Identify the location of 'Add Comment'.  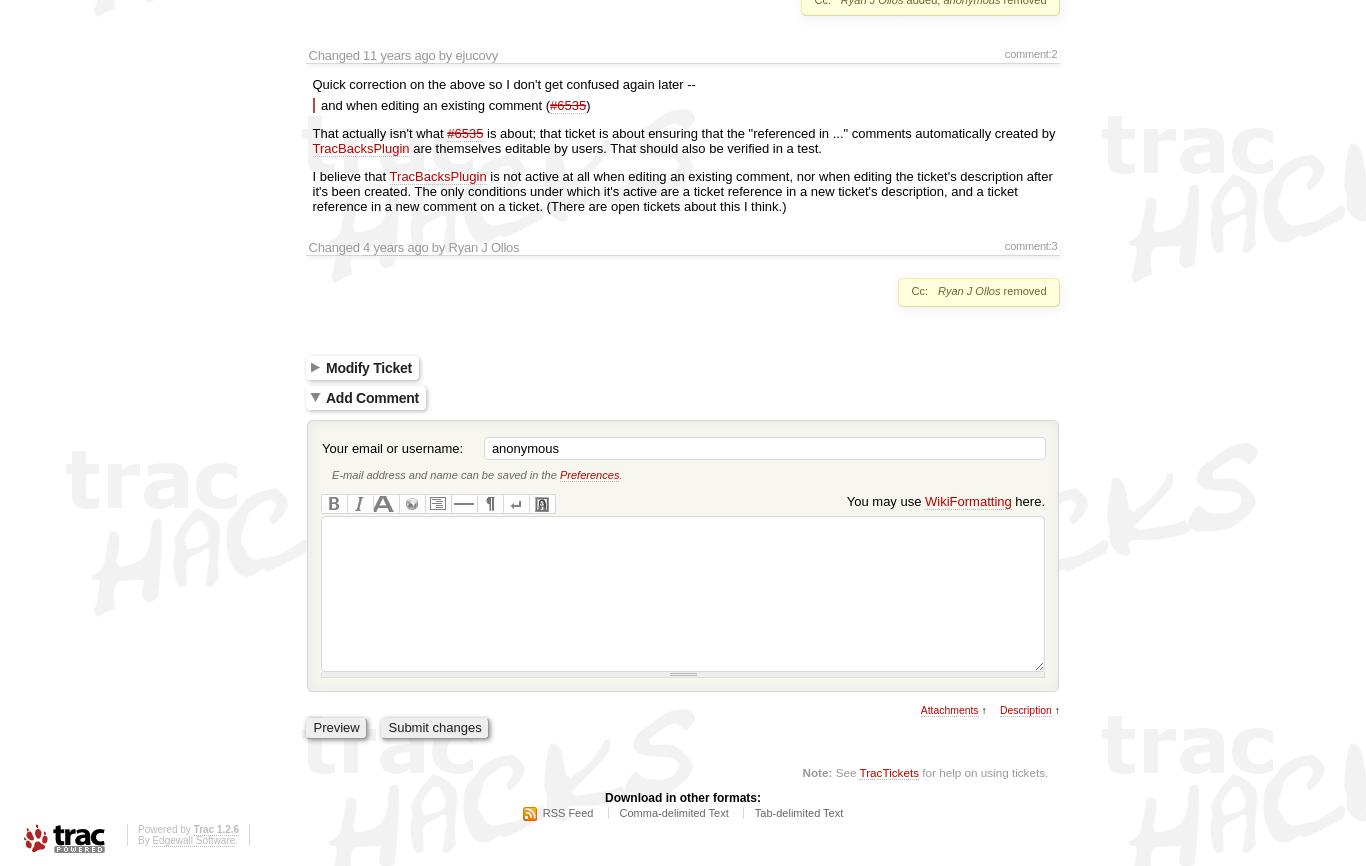
(326, 395).